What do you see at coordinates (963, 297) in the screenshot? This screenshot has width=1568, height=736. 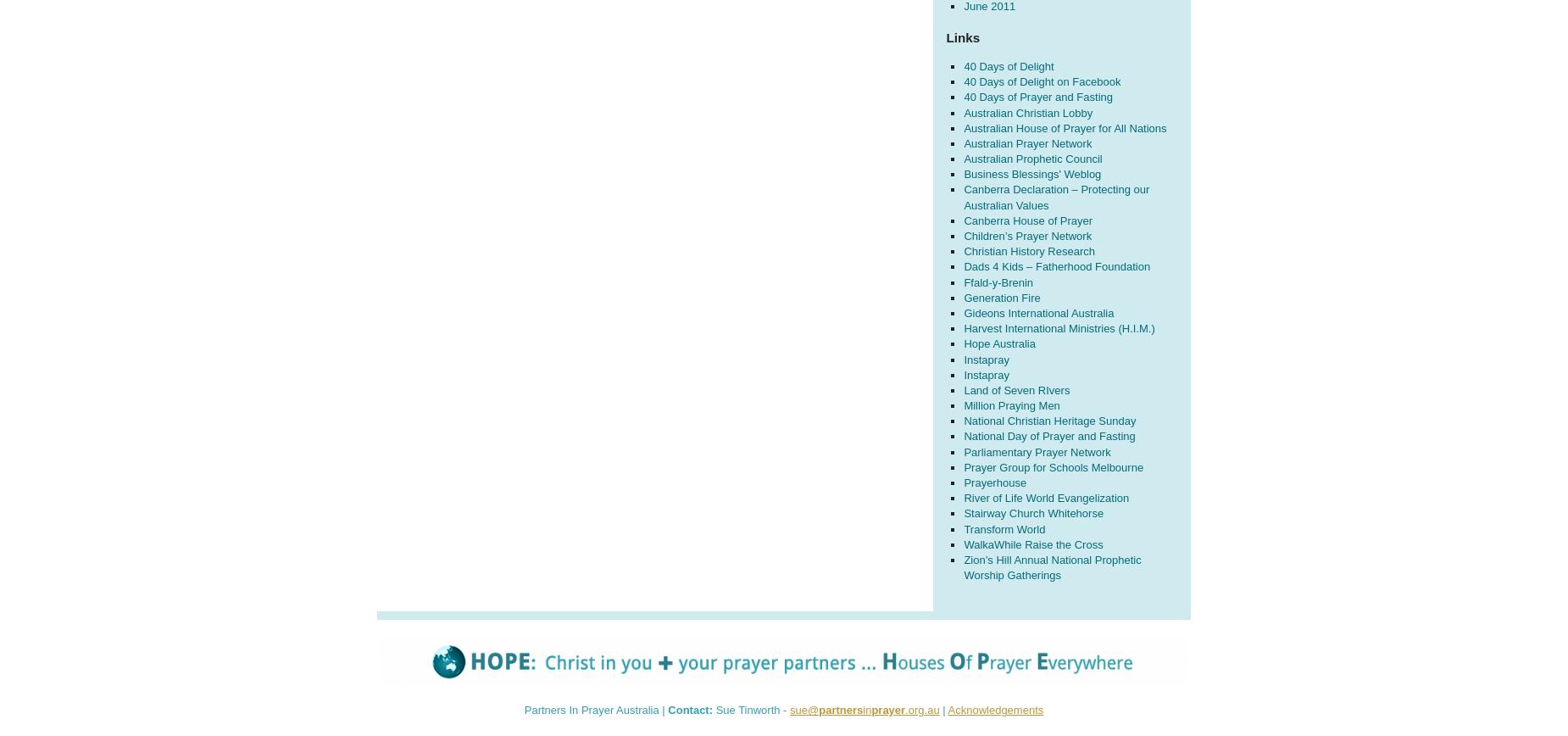 I see `'Generation Fire'` at bounding box center [963, 297].